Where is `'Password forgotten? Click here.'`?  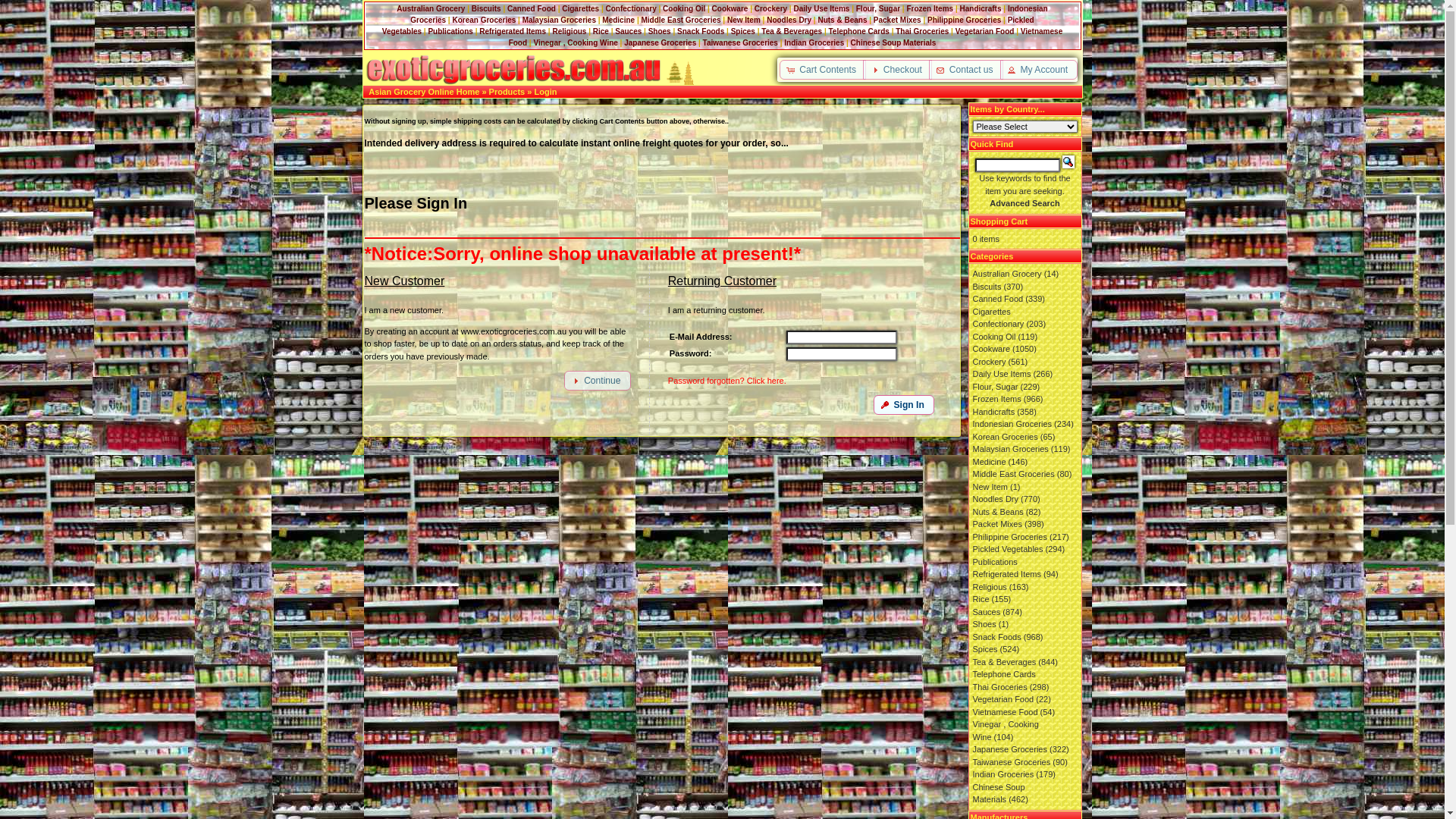
'Password forgotten? Click here.' is located at coordinates (726, 379).